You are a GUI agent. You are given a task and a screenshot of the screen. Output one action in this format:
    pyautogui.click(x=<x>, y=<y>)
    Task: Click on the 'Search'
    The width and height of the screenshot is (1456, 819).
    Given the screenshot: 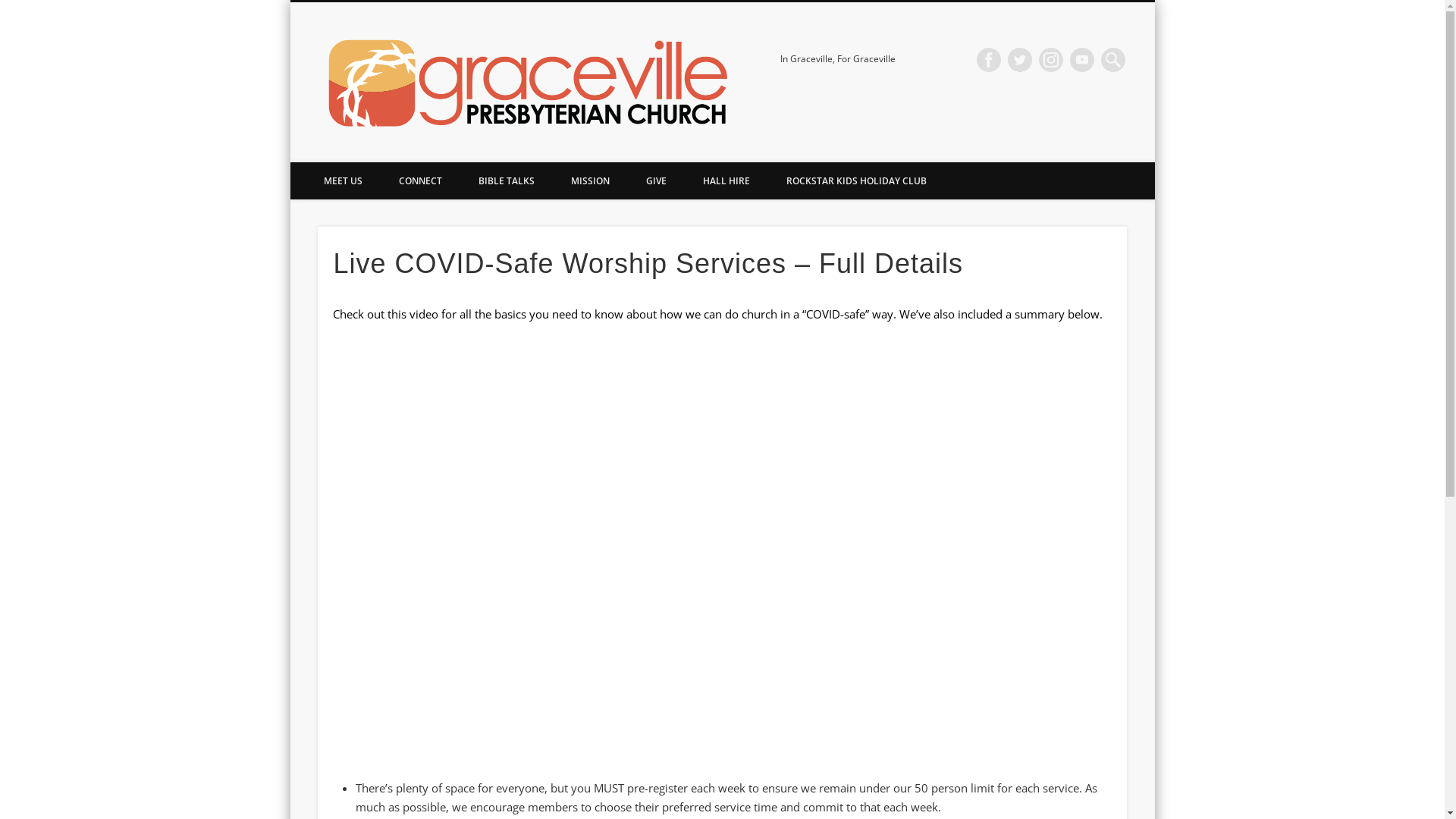 What is the action you would take?
    pyautogui.click(x=0, y=8)
    